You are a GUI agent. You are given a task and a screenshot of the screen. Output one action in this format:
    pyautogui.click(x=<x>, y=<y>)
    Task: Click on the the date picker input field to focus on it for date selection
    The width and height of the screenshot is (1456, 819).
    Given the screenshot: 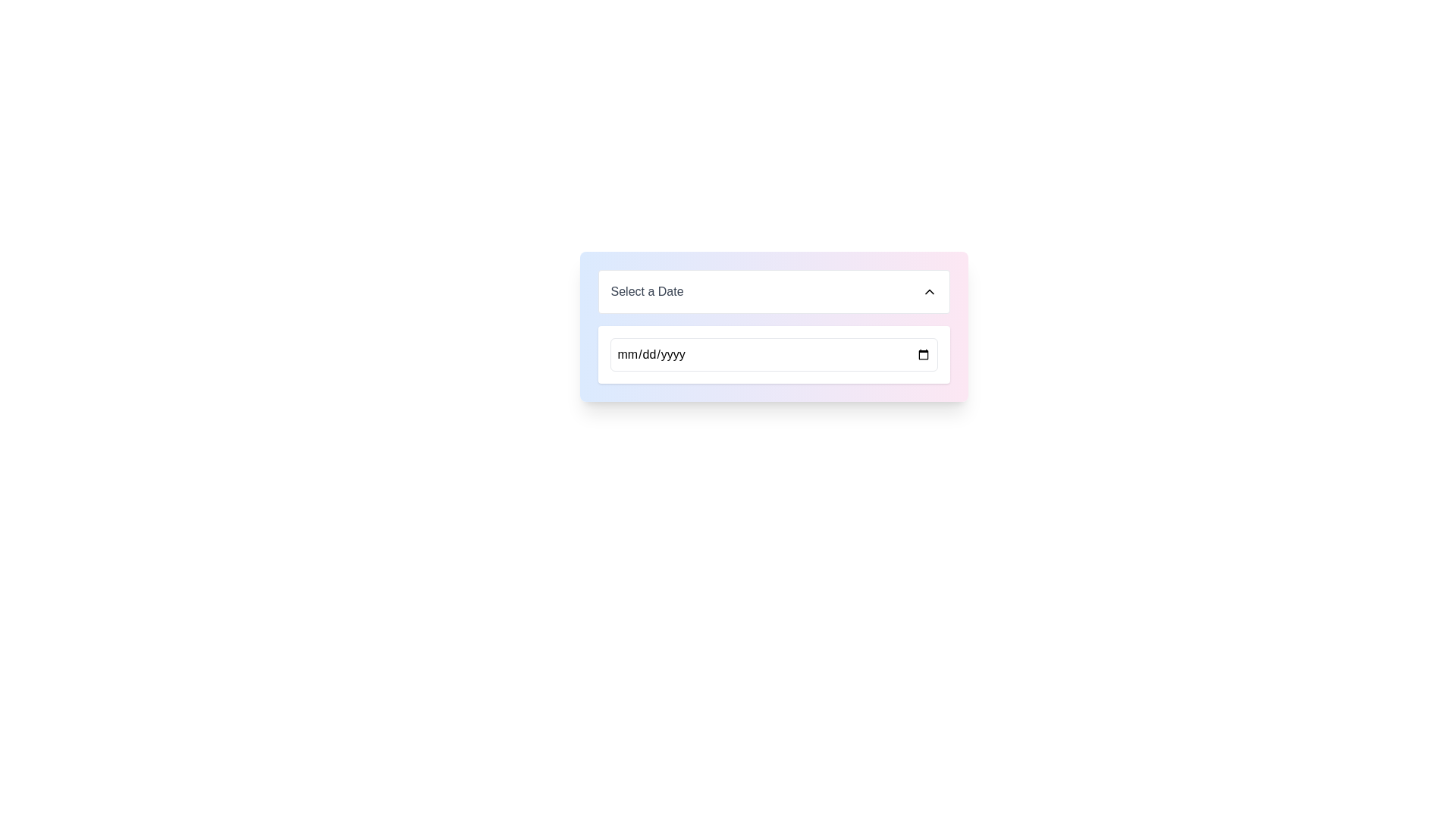 What is the action you would take?
    pyautogui.click(x=773, y=326)
    